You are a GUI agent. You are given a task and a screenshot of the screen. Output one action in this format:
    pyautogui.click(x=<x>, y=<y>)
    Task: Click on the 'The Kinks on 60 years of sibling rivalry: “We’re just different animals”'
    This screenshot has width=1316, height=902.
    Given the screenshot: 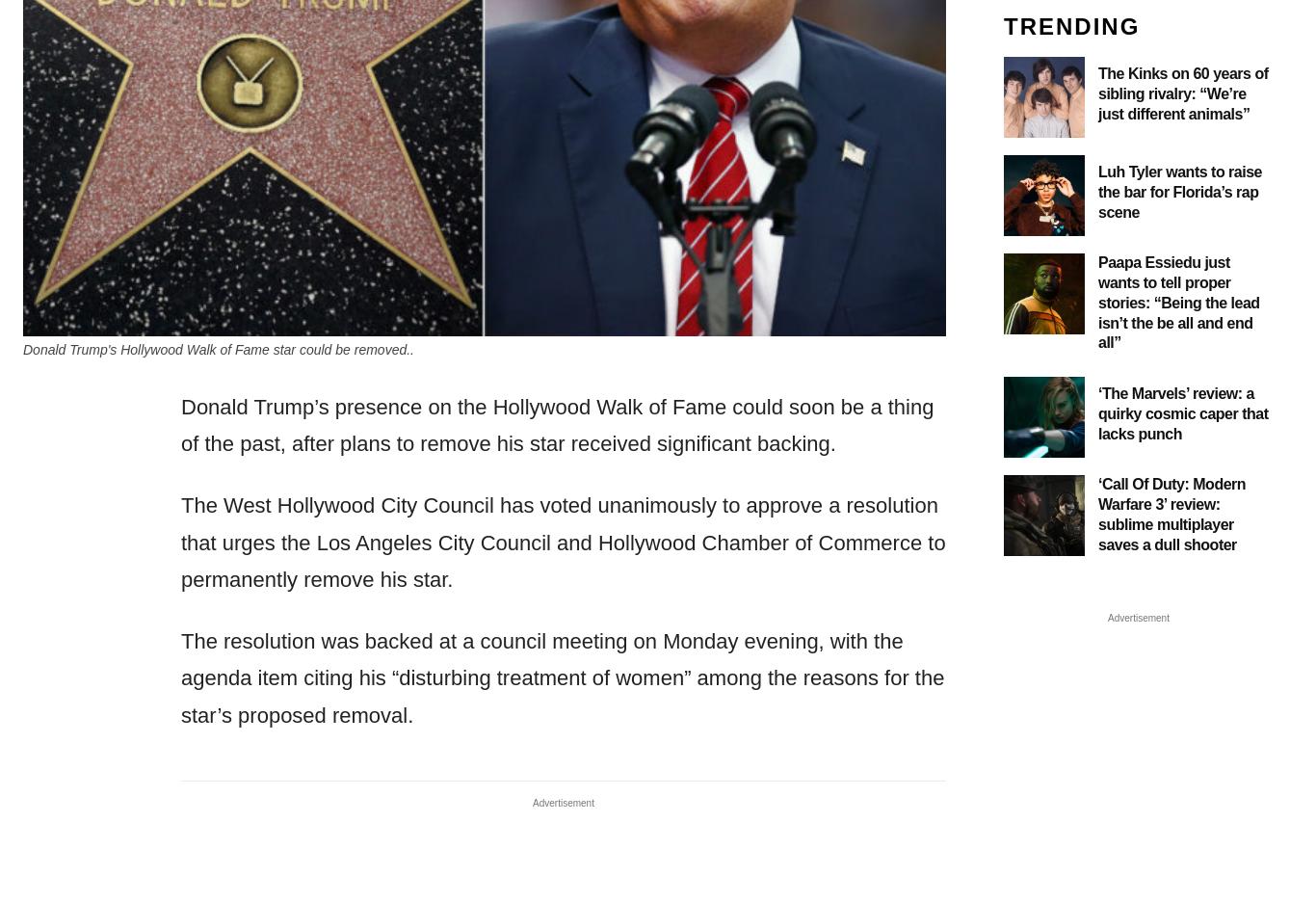 What is the action you would take?
    pyautogui.click(x=1183, y=92)
    